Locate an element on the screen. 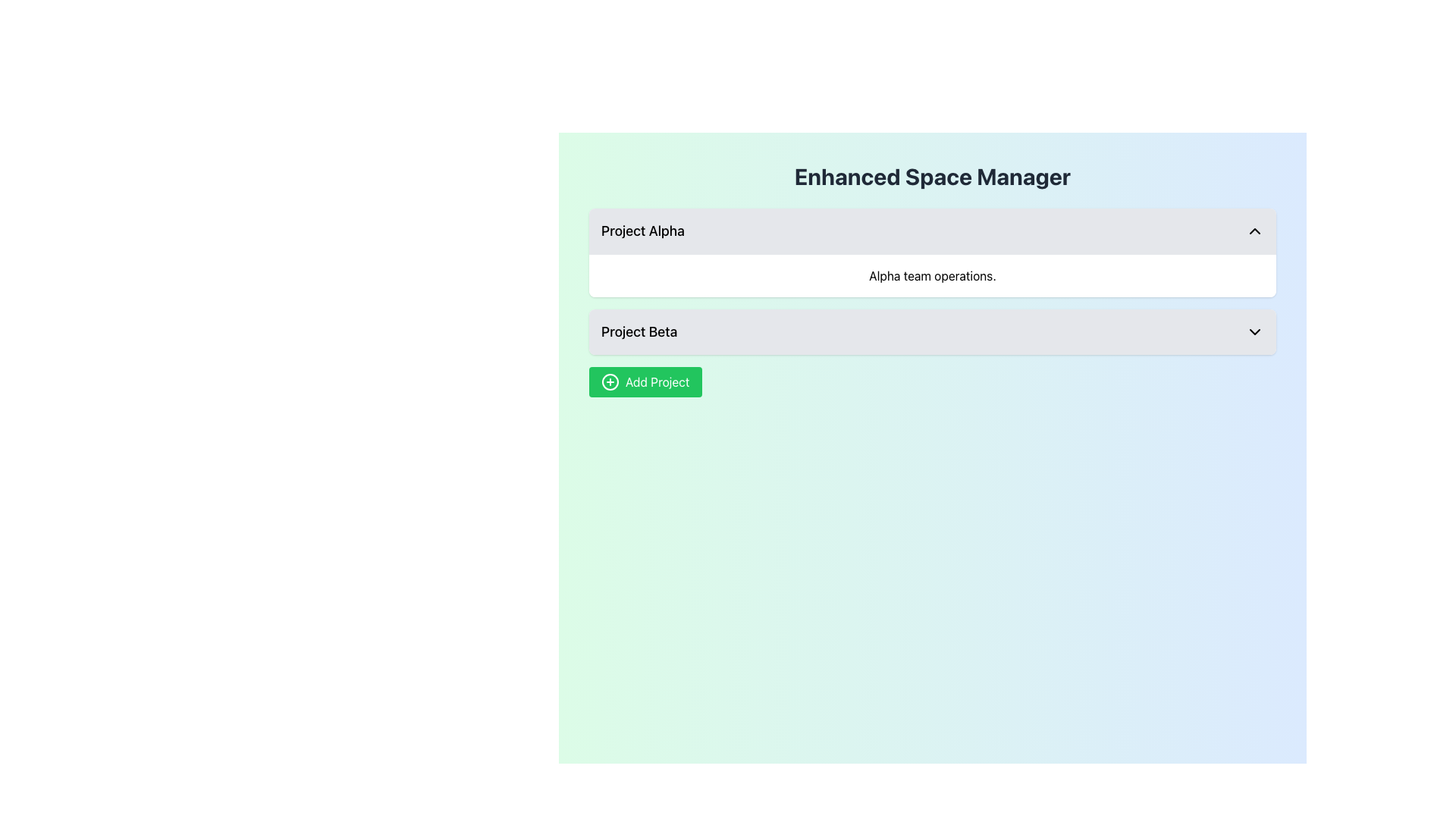 The image size is (1456, 819). the Static Text Label that provides context about 'Alpha team operations', positioned between 'Project Alpha' and 'Project Beta' is located at coordinates (931, 275).